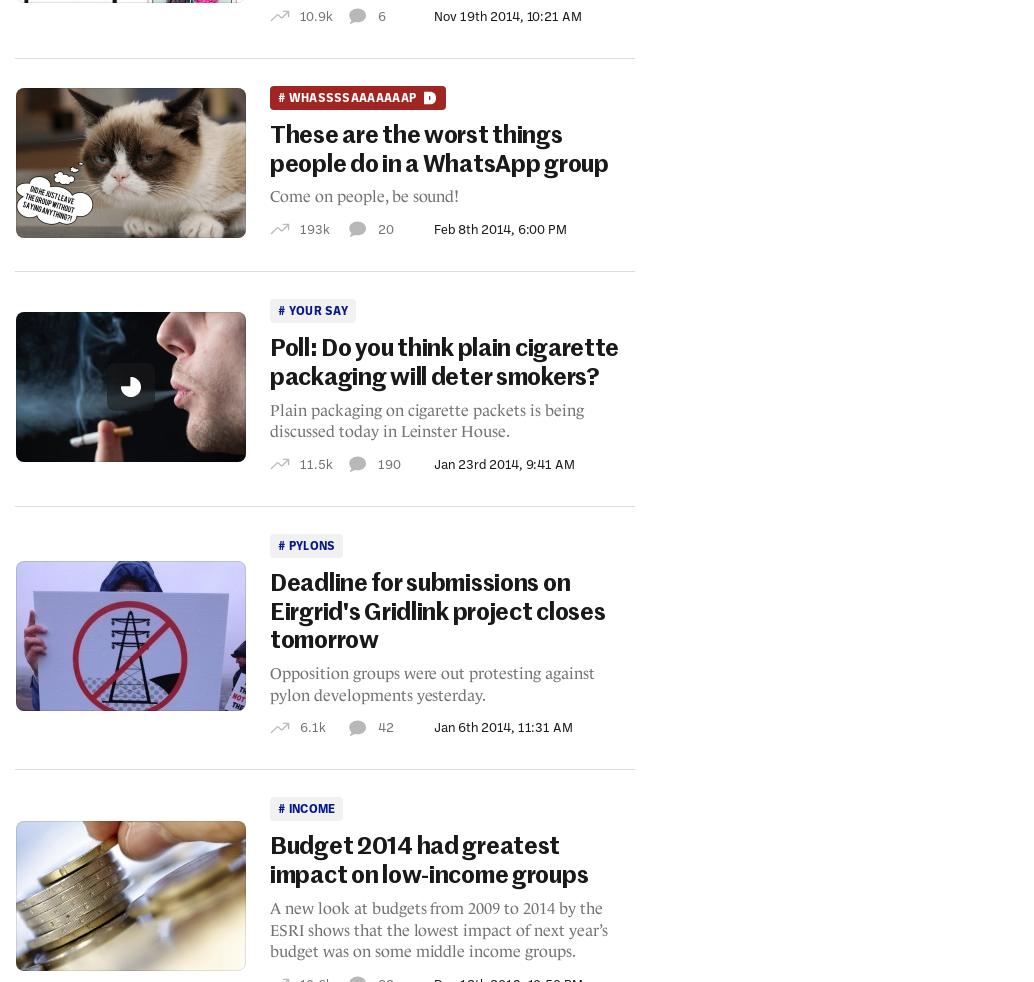 This screenshot has width=1034, height=982. Describe the element at coordinates (311, 725) in the screenshot. I see `'6.1k'` at that location.